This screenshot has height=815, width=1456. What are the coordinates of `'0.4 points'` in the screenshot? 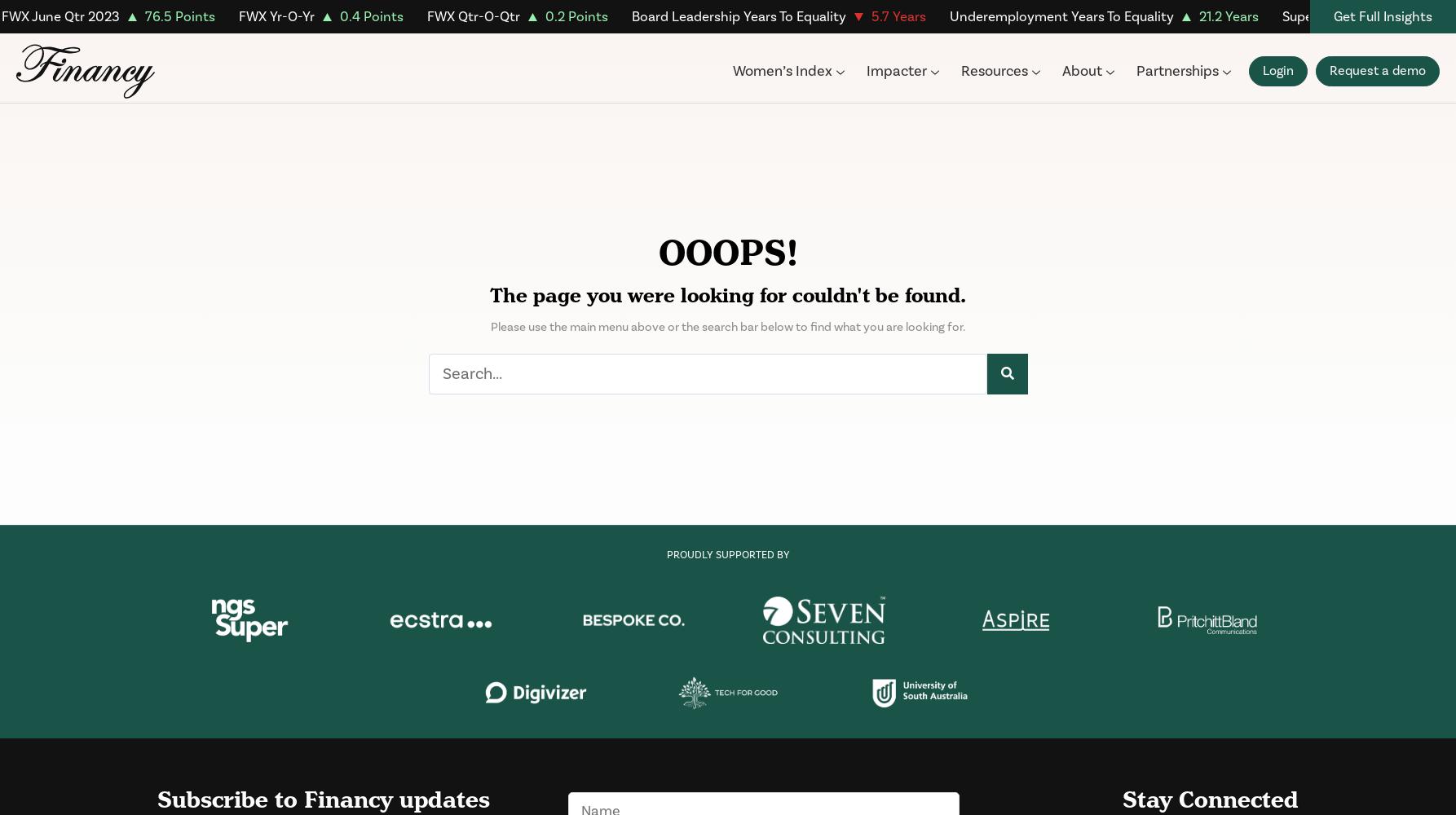 It's located at (369, 17).